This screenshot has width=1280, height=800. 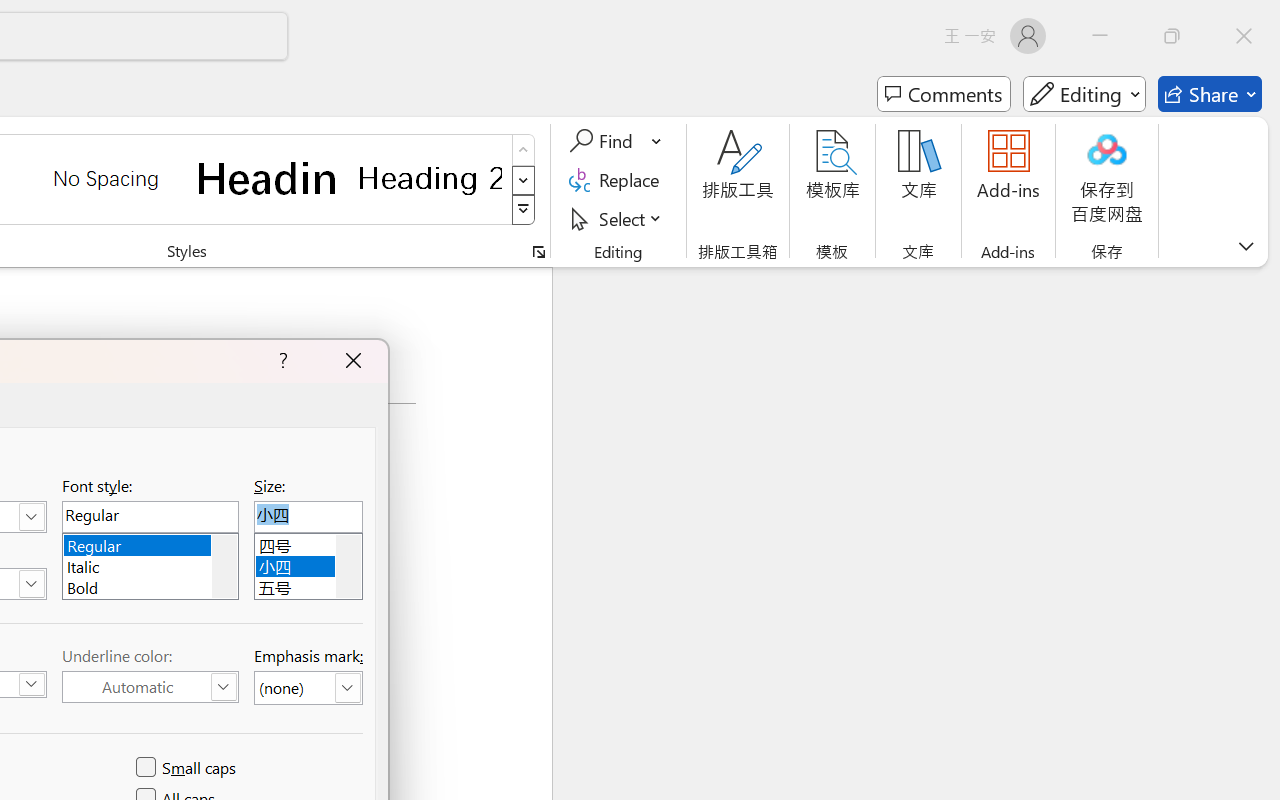 I want to click on 'Replace...', so click(x=616, y=179).